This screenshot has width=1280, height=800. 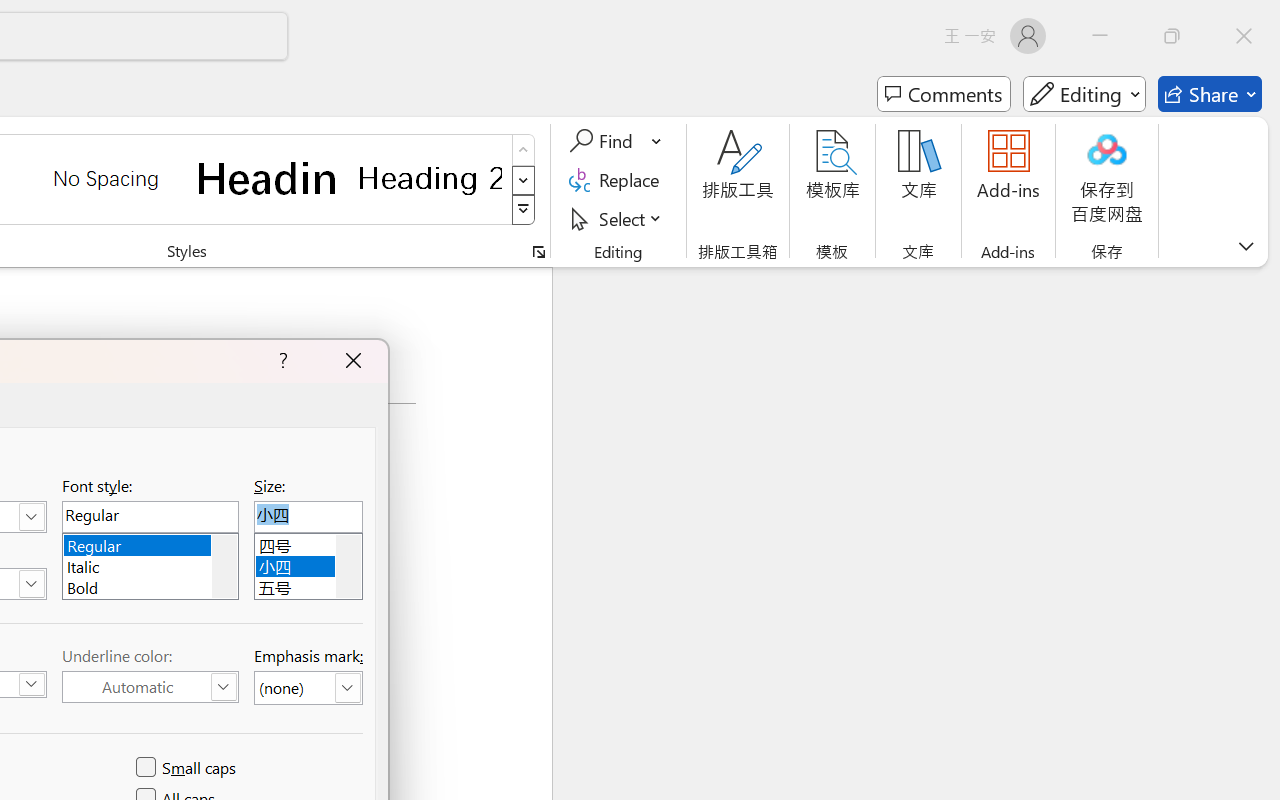 I want to click on 'Replace...', so click(x=616, y=179).